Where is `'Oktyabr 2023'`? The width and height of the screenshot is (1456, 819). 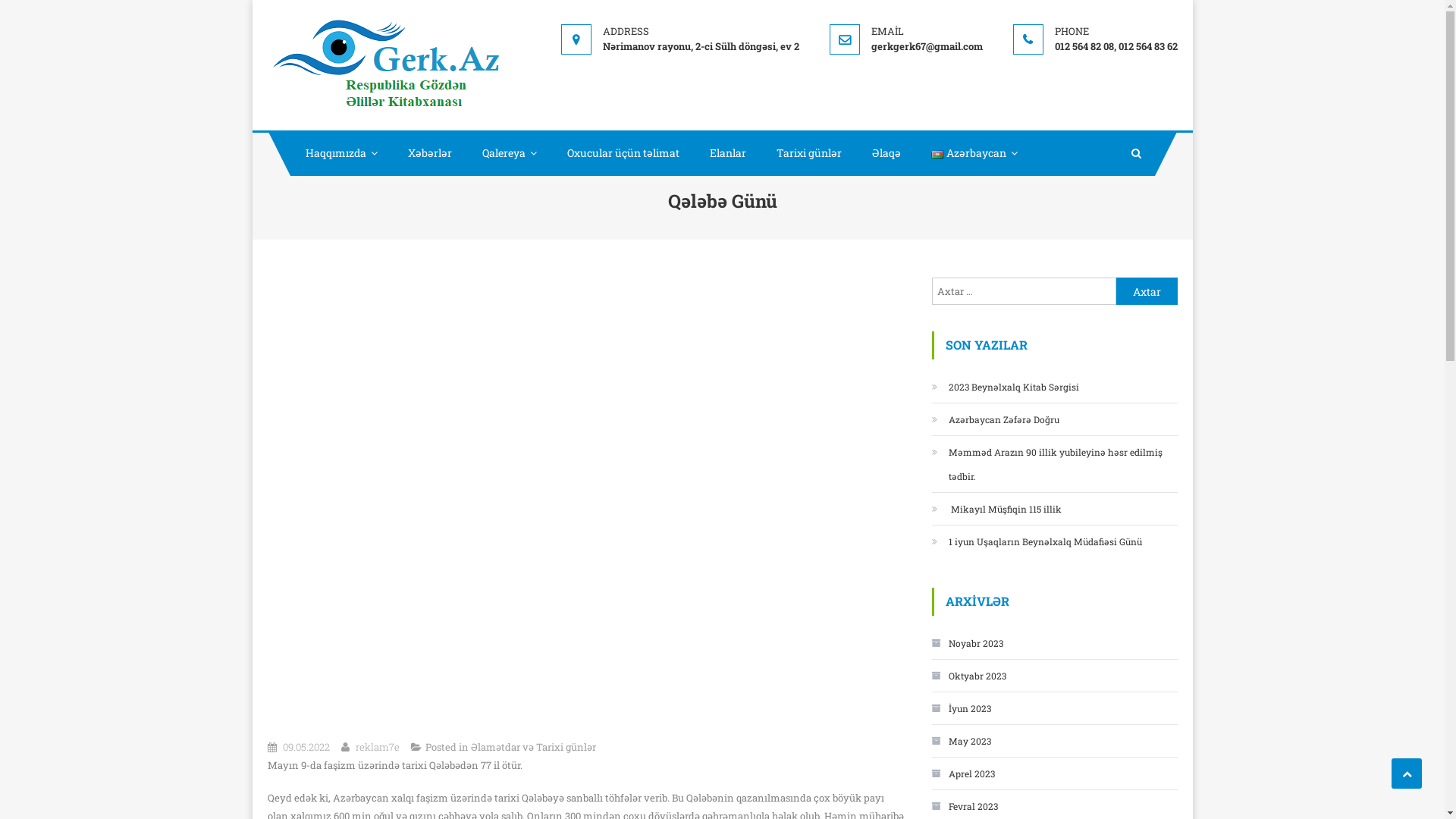 'Oktyabr 2023' is located at coordinates (967, 675).